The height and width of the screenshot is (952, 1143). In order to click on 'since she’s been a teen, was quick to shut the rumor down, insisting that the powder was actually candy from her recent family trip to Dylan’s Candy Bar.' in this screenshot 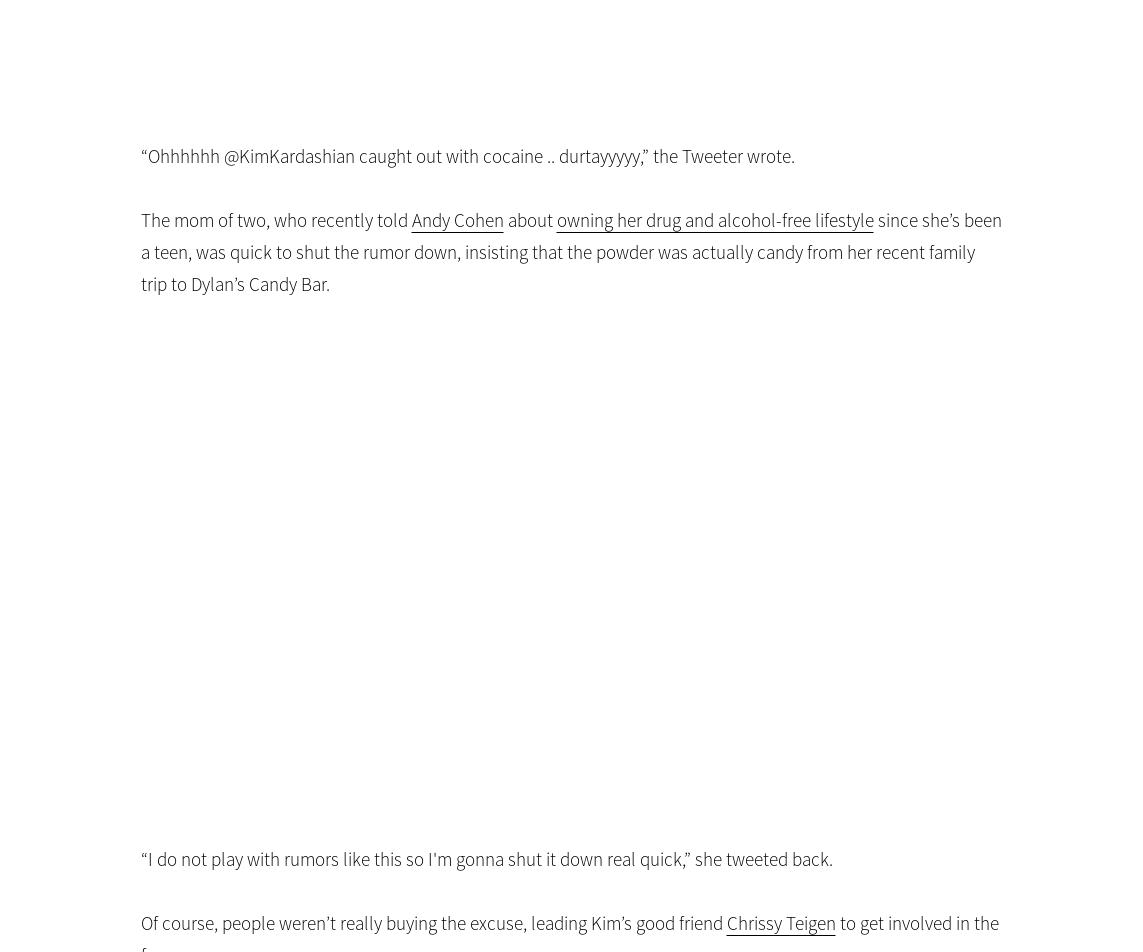, I will do `click(570, 251)`.